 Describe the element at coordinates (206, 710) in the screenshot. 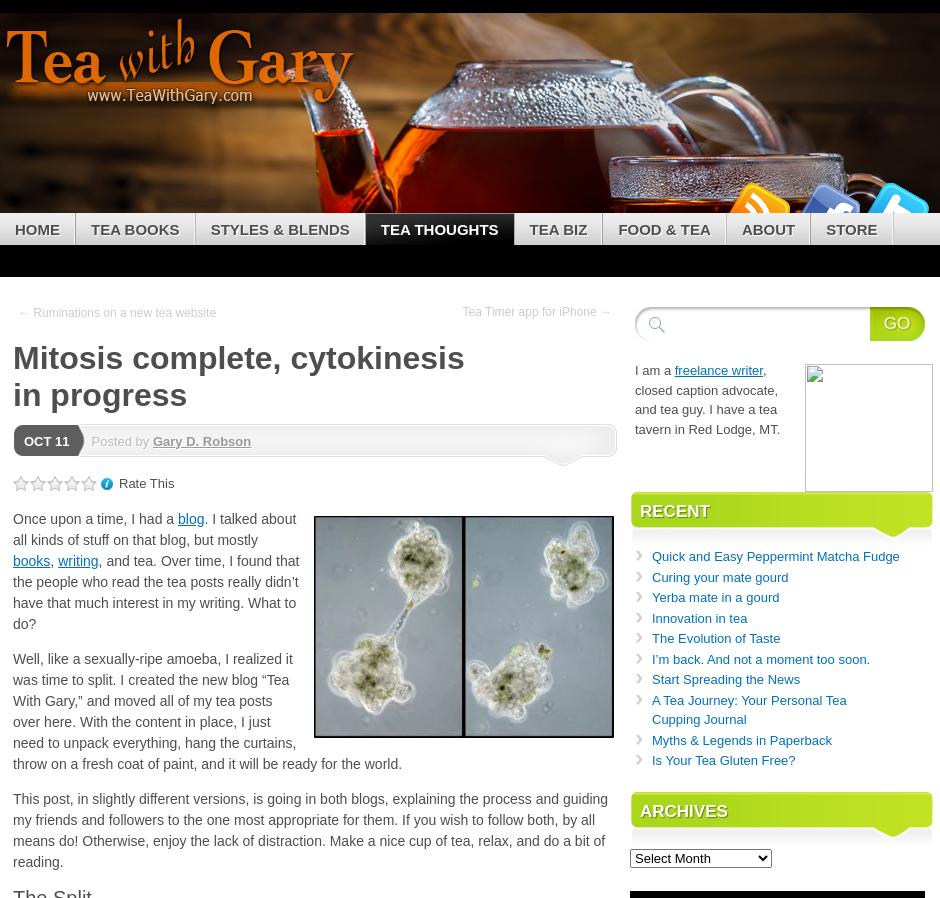

I see `'Well, like a sexually-ripe amoeba, I realized it was time to split. I created the new blog “Tea With Gary,” and moved all of my tea posts over here. With the content in place, I just need to unpack everything, hang the curtains, throw on a fresh coat of paint, and it will be ready for the world.'` at that location.